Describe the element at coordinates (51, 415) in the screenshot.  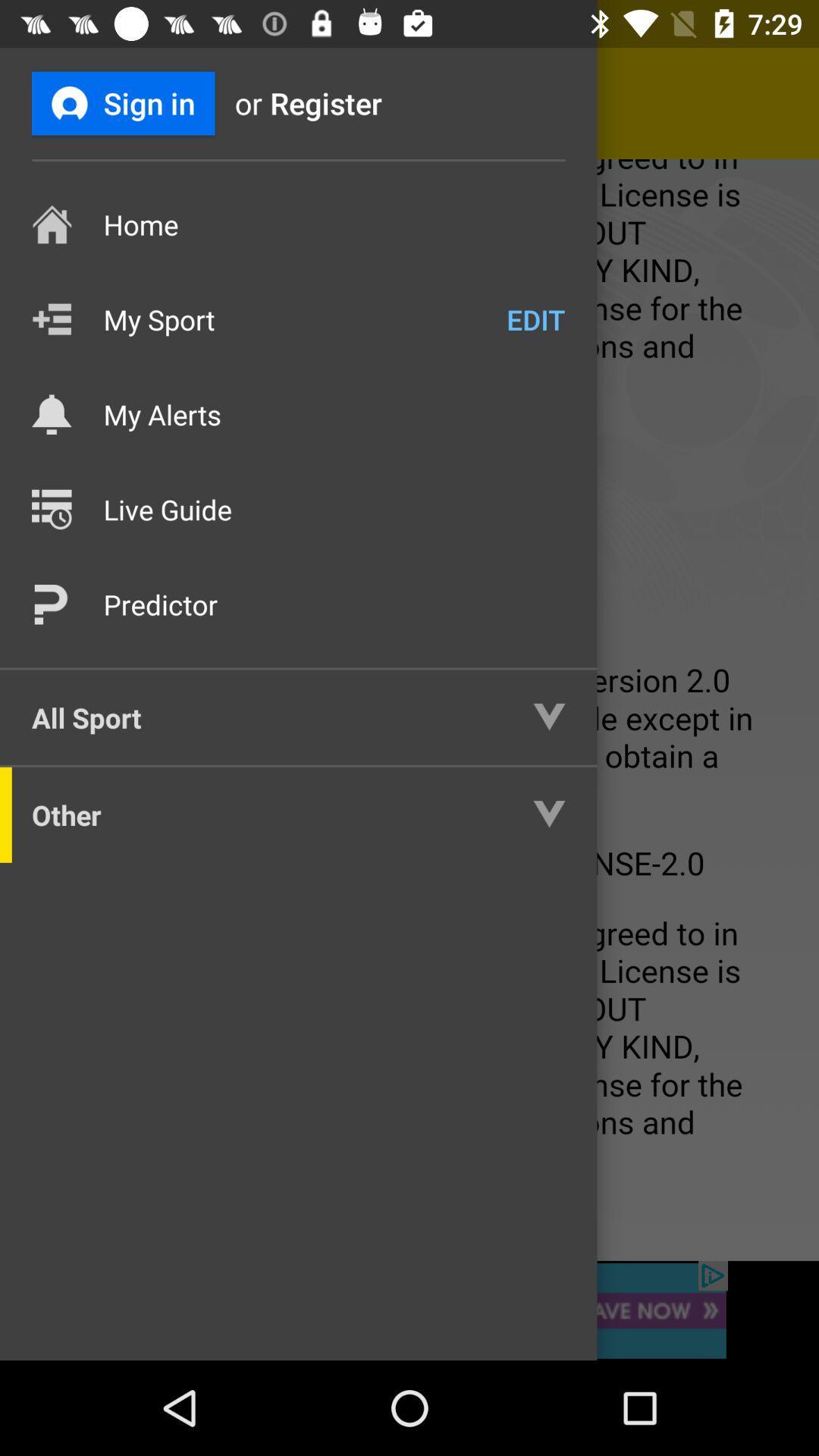
I see `the icon which is left side of the my alerts` at that location.